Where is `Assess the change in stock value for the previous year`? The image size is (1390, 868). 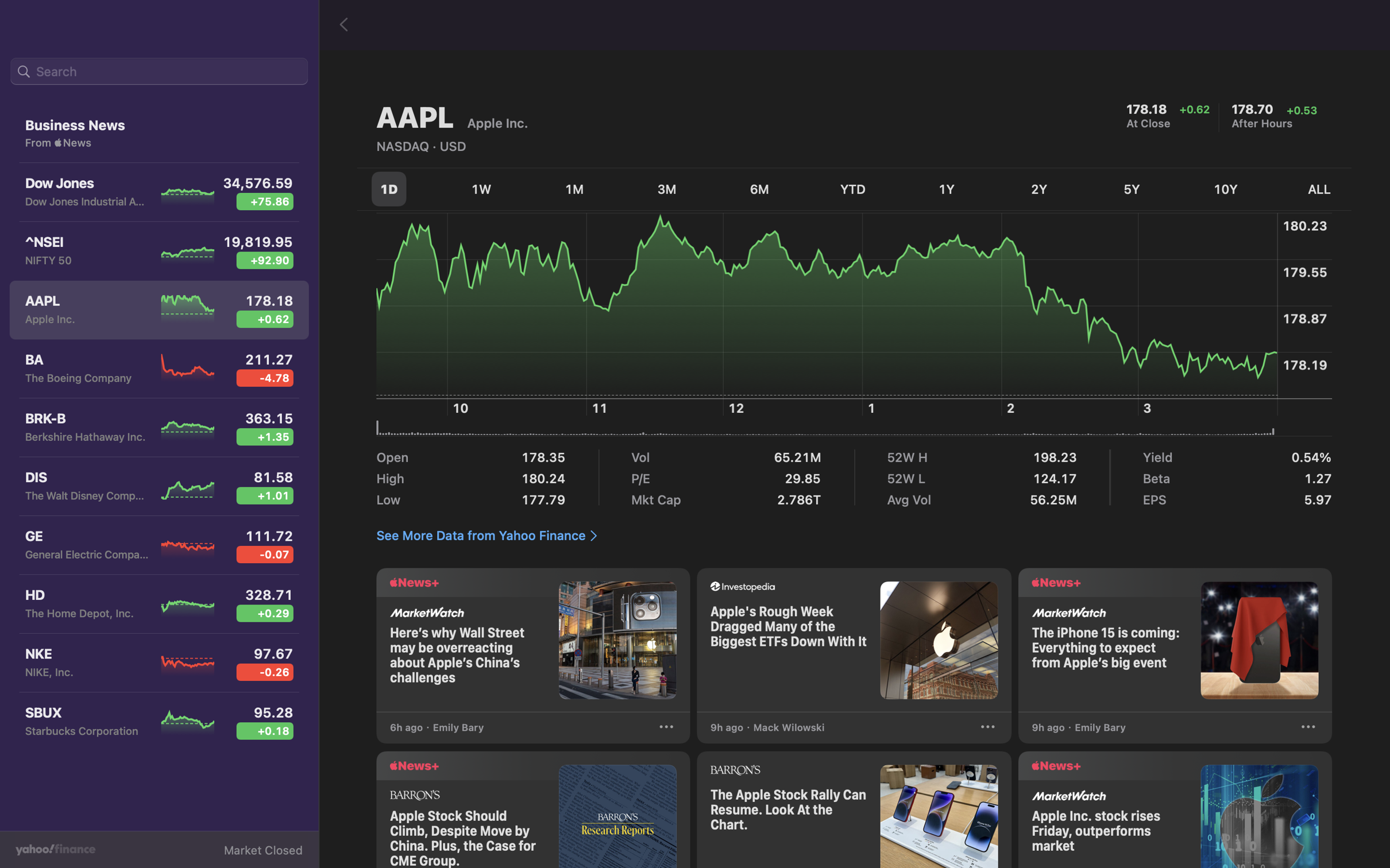
Assess the change in stock value for the previous year is located at coordinates (948, 188).